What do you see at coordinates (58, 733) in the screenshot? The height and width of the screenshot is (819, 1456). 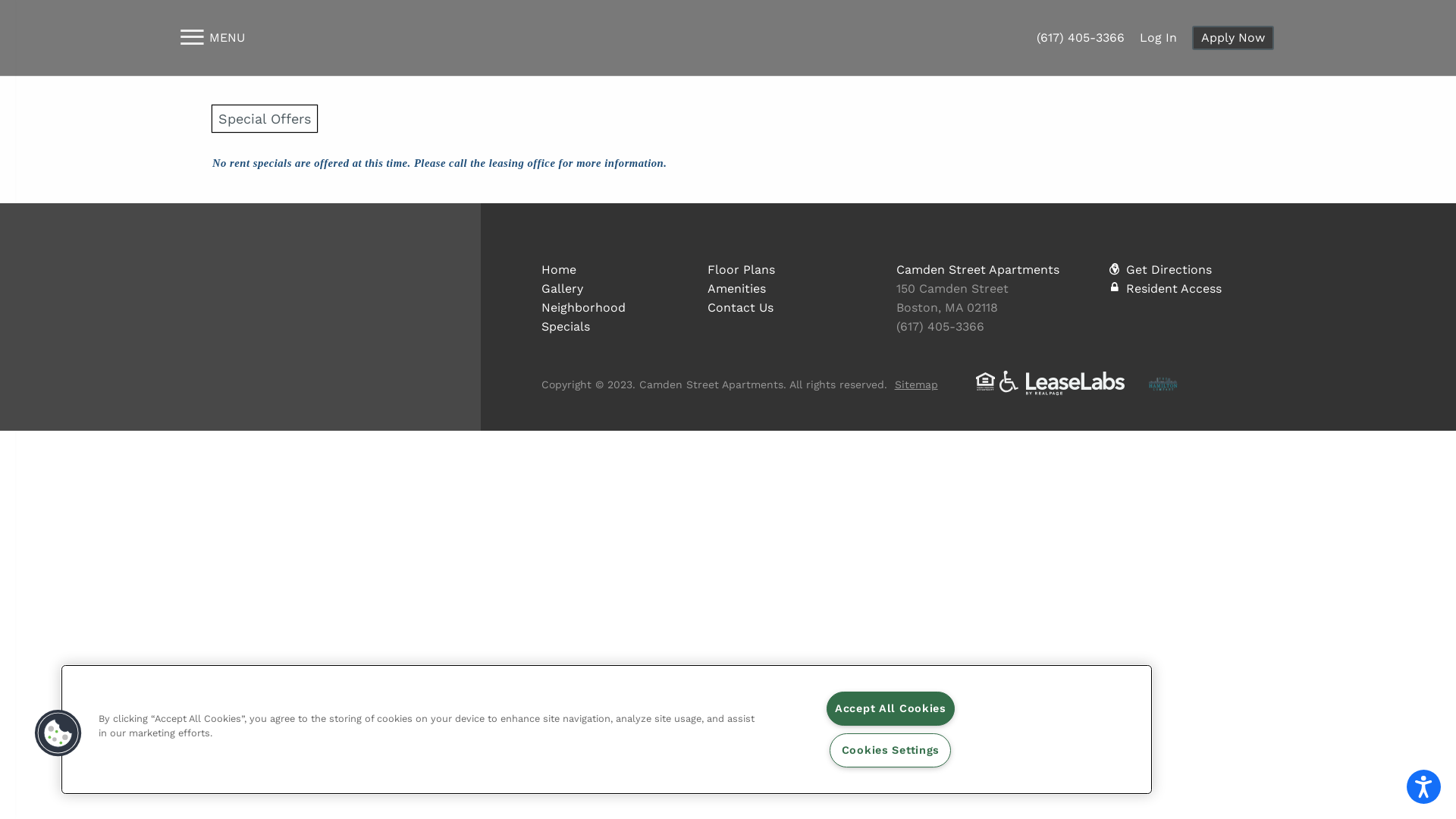 I see `'Cookies Button'` at bounding box center [58, 733].